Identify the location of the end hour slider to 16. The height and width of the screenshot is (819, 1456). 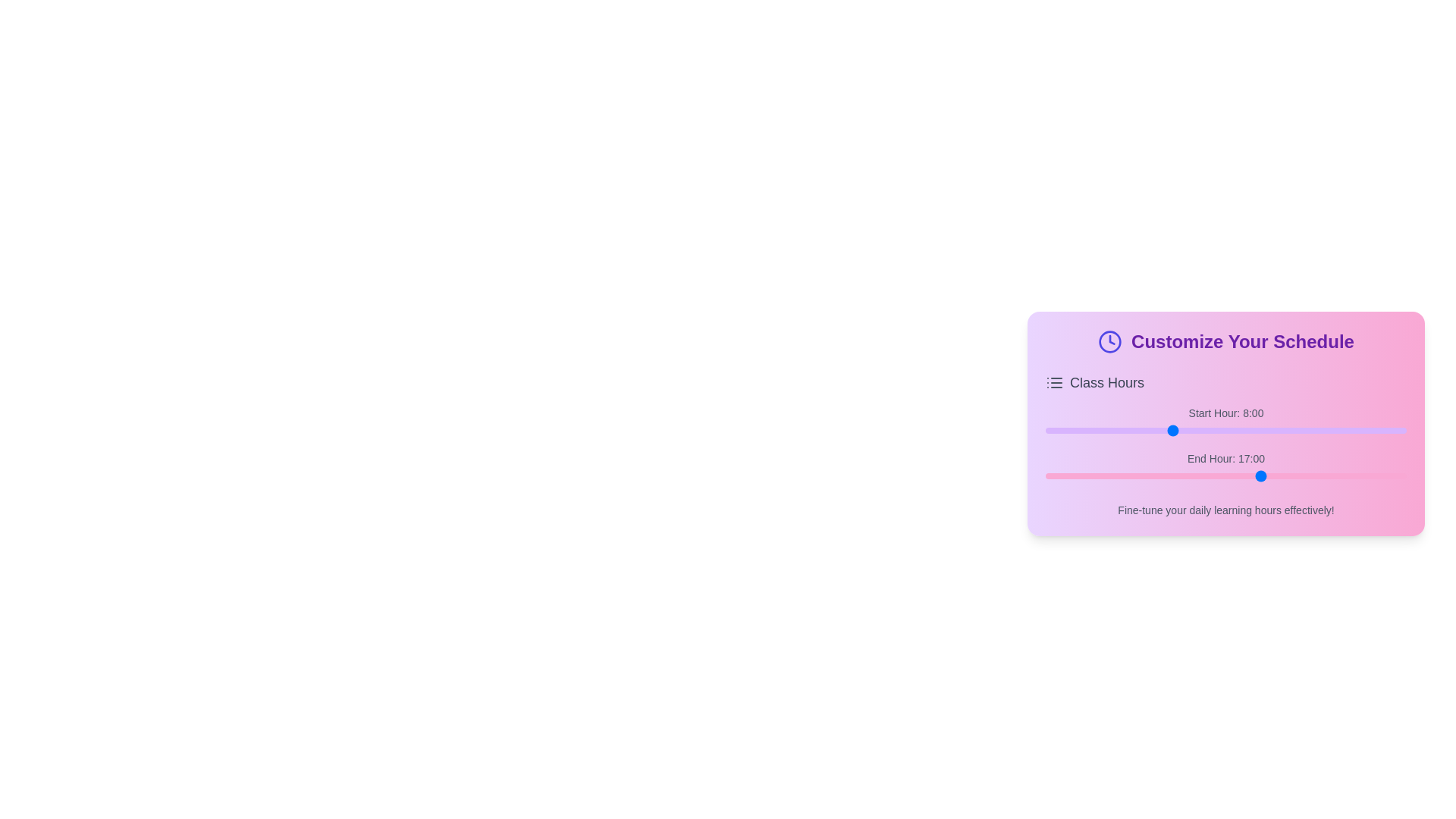
(1238, 475).